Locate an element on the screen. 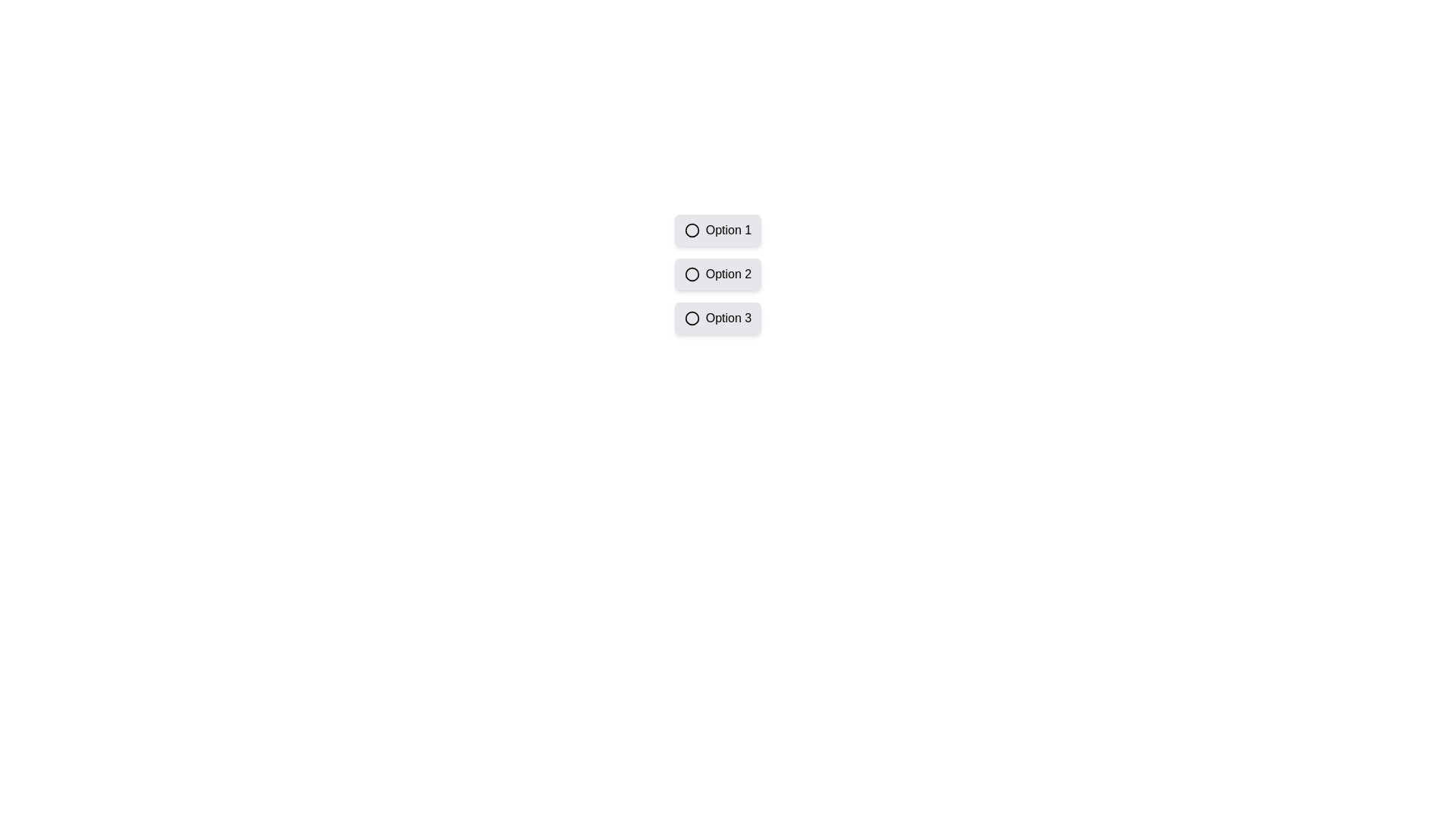  the radio button element, which is a circular shape without text, located in the second option group of three vertically stacked options is located at coordinates (691, 275).